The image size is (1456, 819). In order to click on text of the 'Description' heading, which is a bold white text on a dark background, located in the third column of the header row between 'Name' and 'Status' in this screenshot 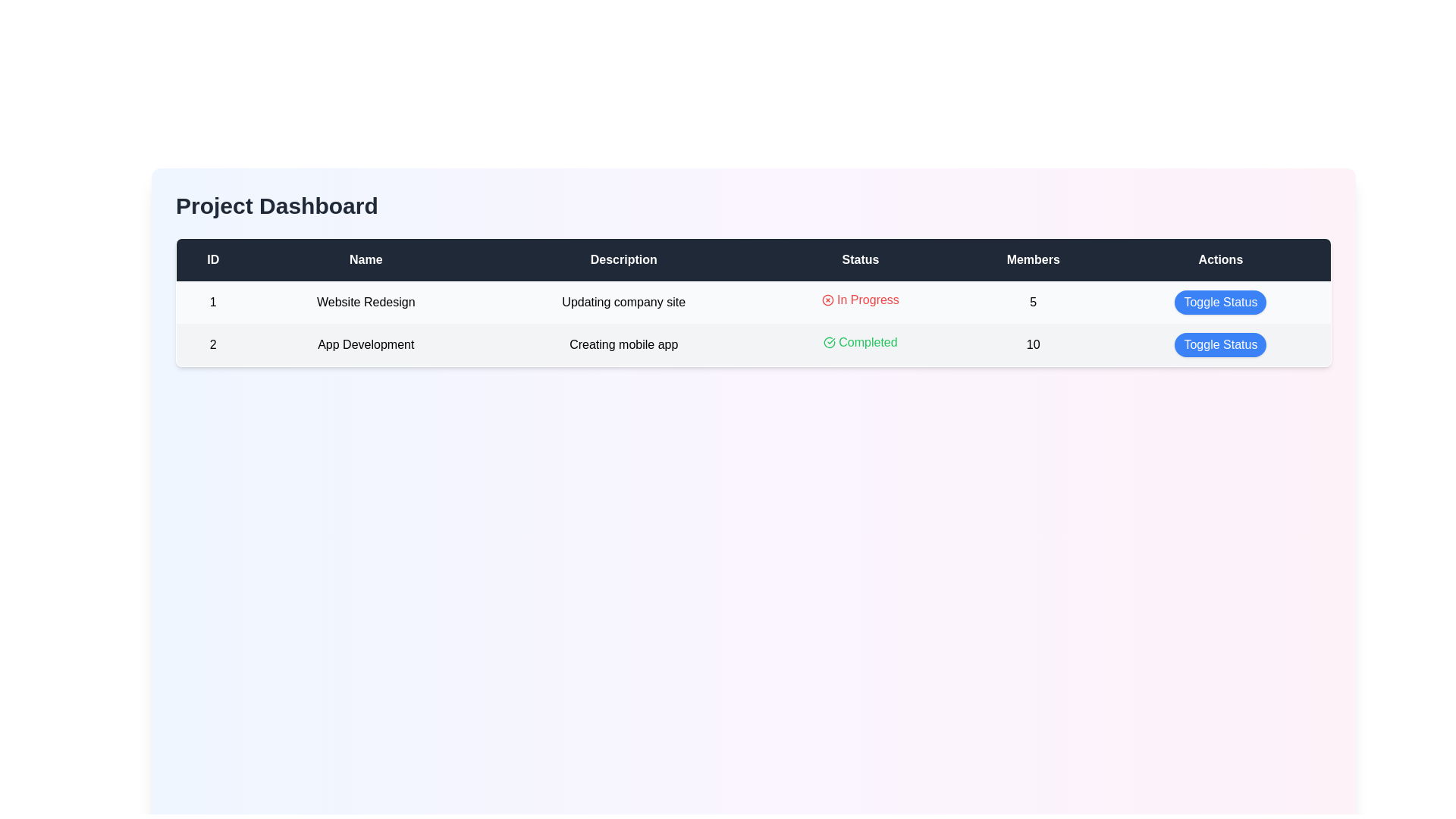, I will do `click(623, 259)`.